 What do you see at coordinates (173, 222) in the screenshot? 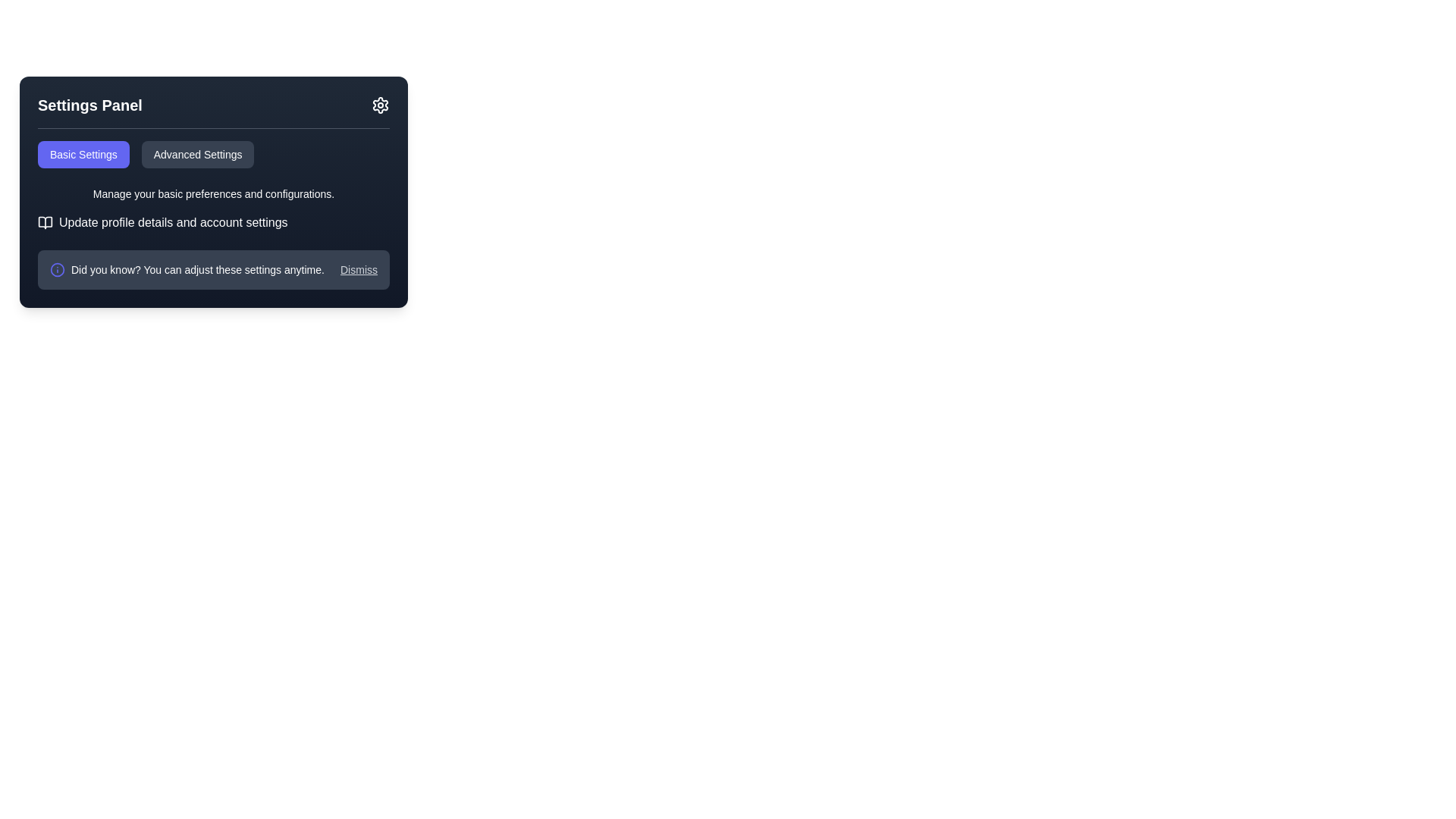
I see `the static text label that provides guidance about accessing profile and account settings within the 'Settings Panel' interface` at bounding box center [173, 222].